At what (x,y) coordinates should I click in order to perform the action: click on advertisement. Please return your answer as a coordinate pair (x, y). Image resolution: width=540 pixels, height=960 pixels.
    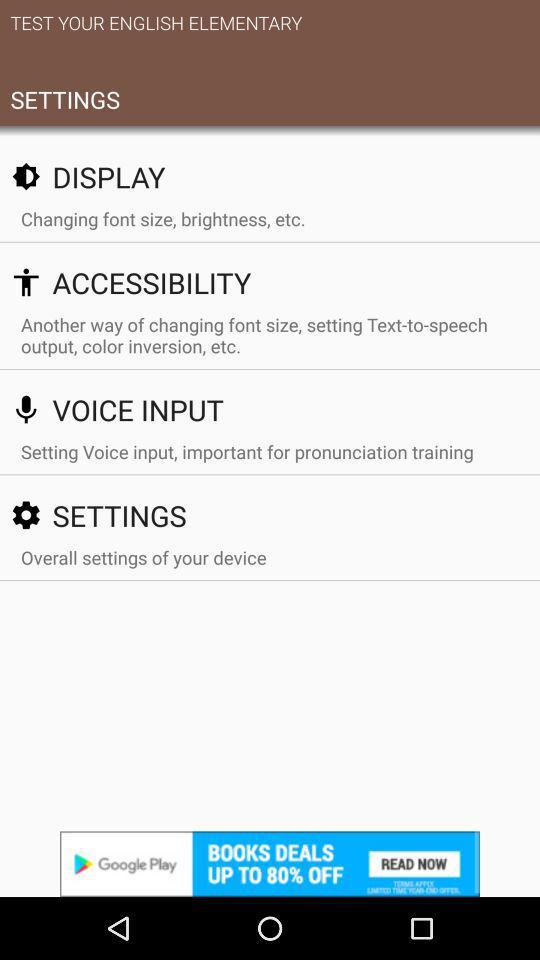
    Looking at the image, I should click on (270, 863).